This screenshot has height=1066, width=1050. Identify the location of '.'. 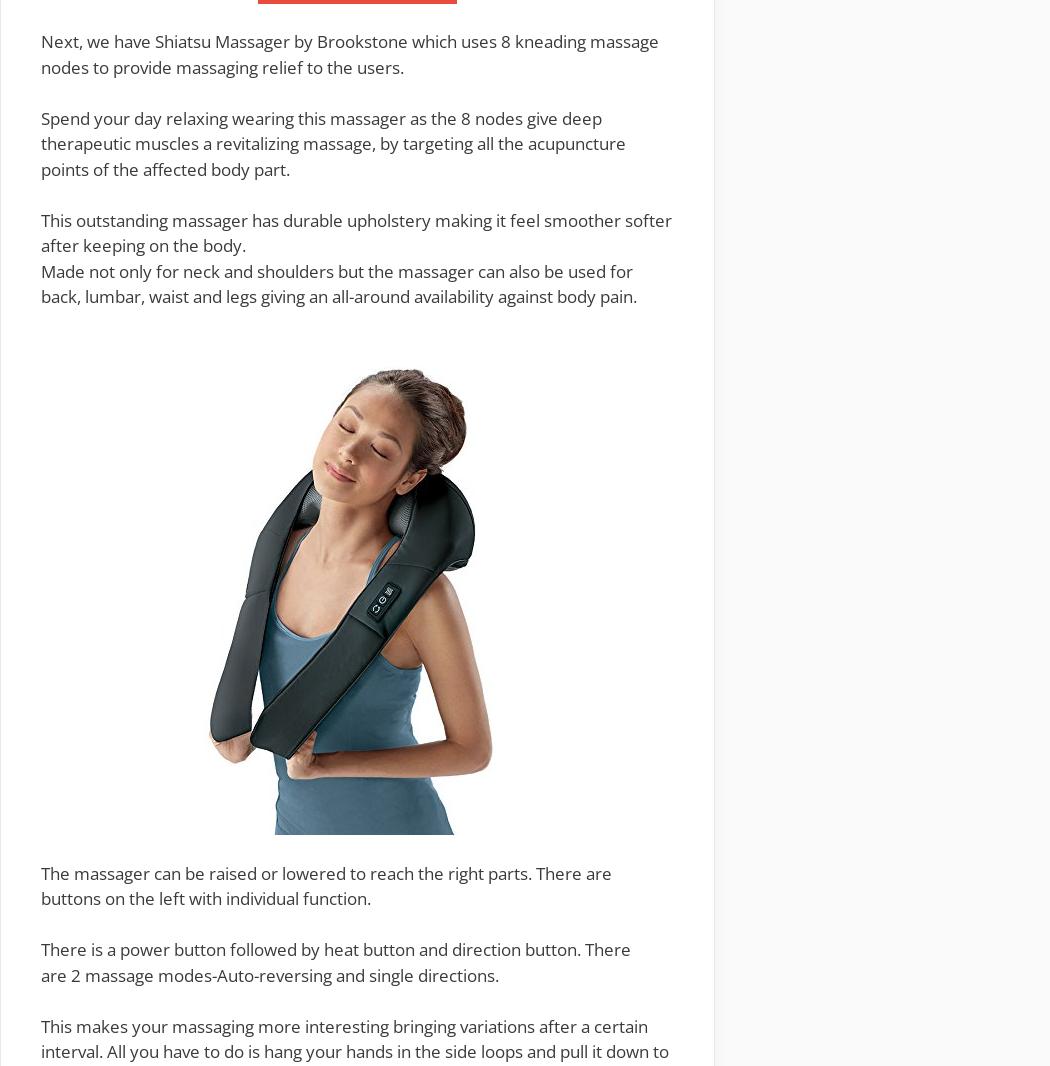
(495, 974).